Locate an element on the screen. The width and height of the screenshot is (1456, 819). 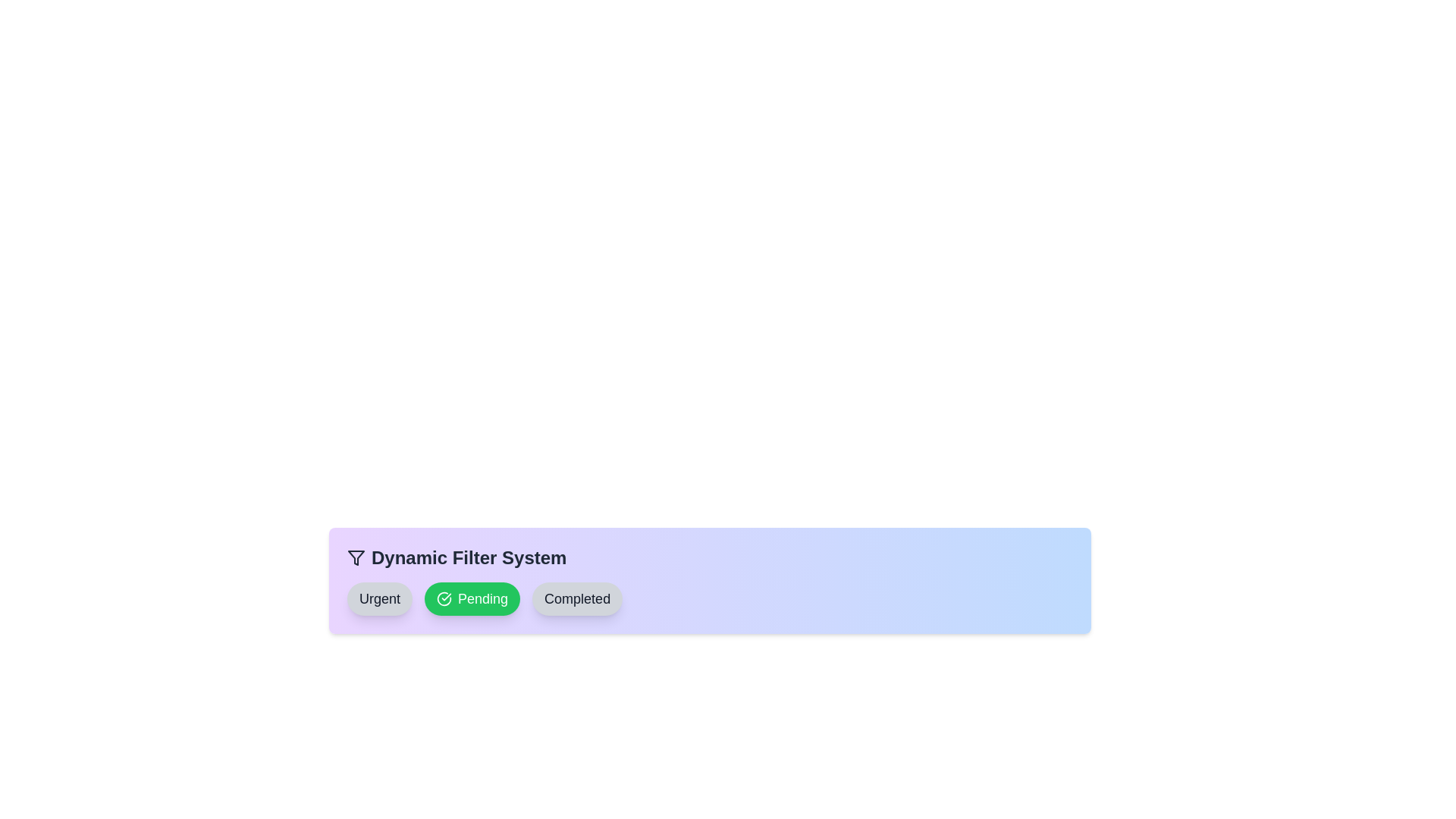
the 'Pending' filter chip to toggle its state is located at coordinates (472, 598).